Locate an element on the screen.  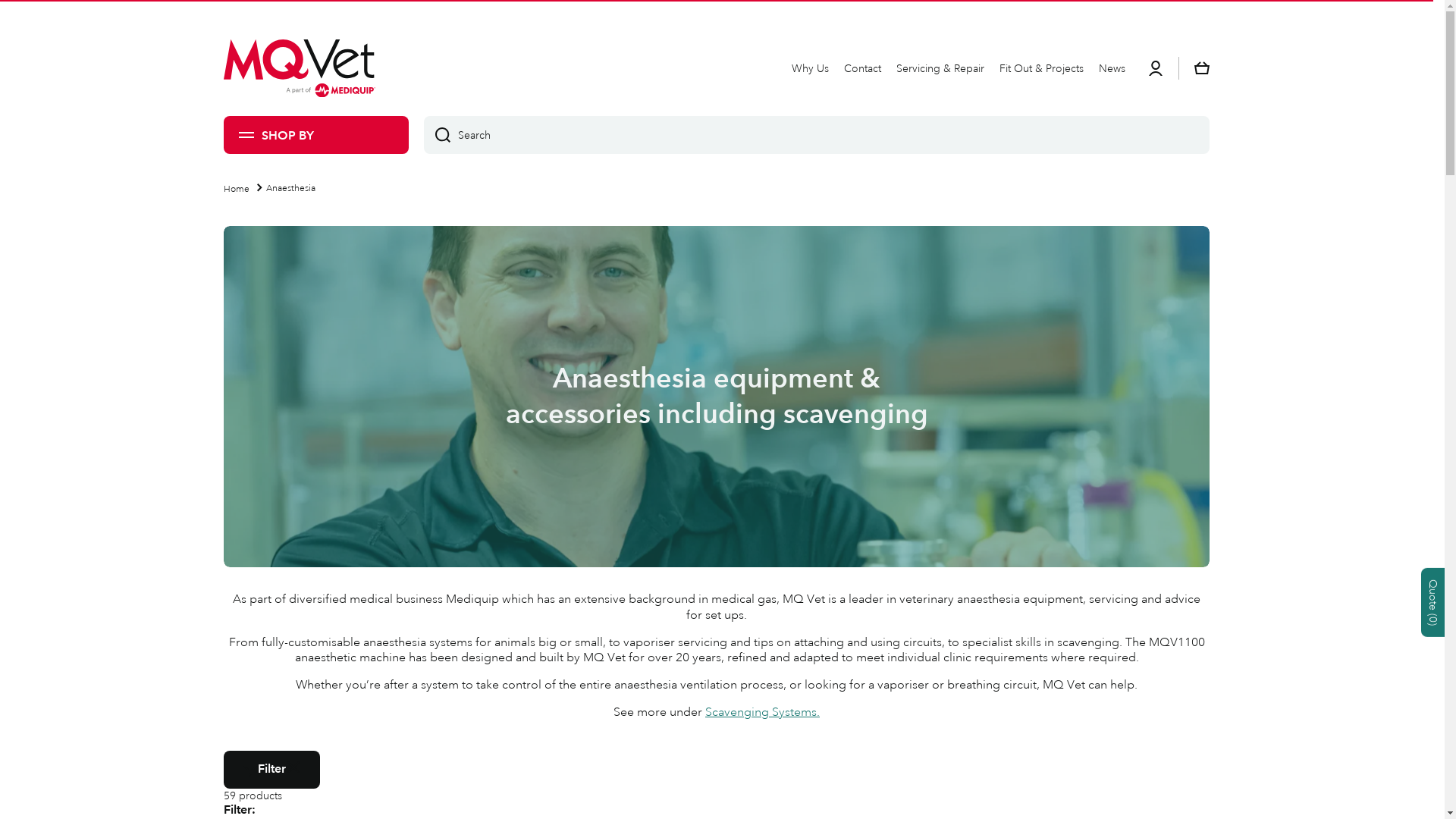
'Log in' is located at coordinates (1154, 67).